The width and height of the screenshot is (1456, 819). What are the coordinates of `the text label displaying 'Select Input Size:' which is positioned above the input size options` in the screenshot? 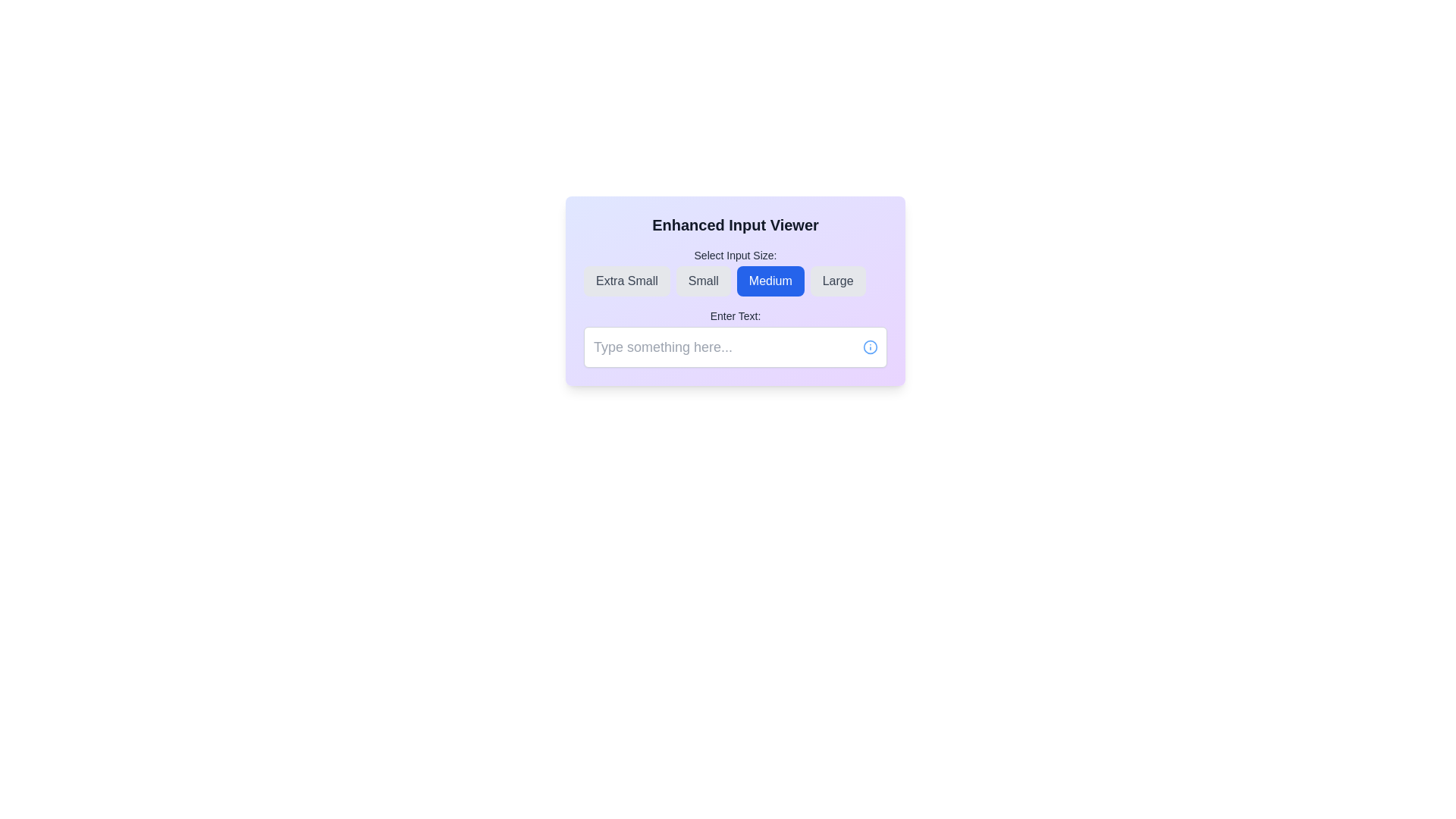 It's located at (735, 254).